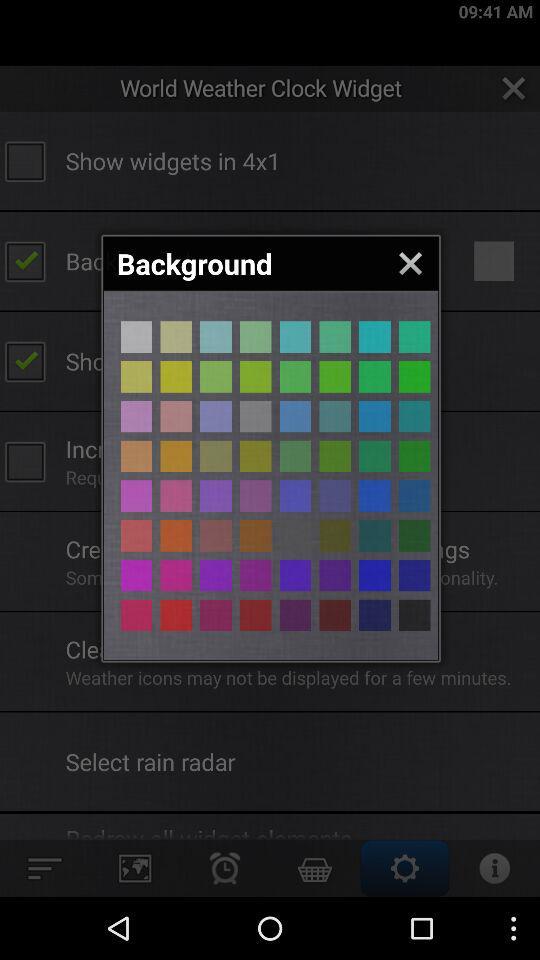  Describe the element at coordinates (335, 375) in the screenshot. I see `khaki background` at that location.